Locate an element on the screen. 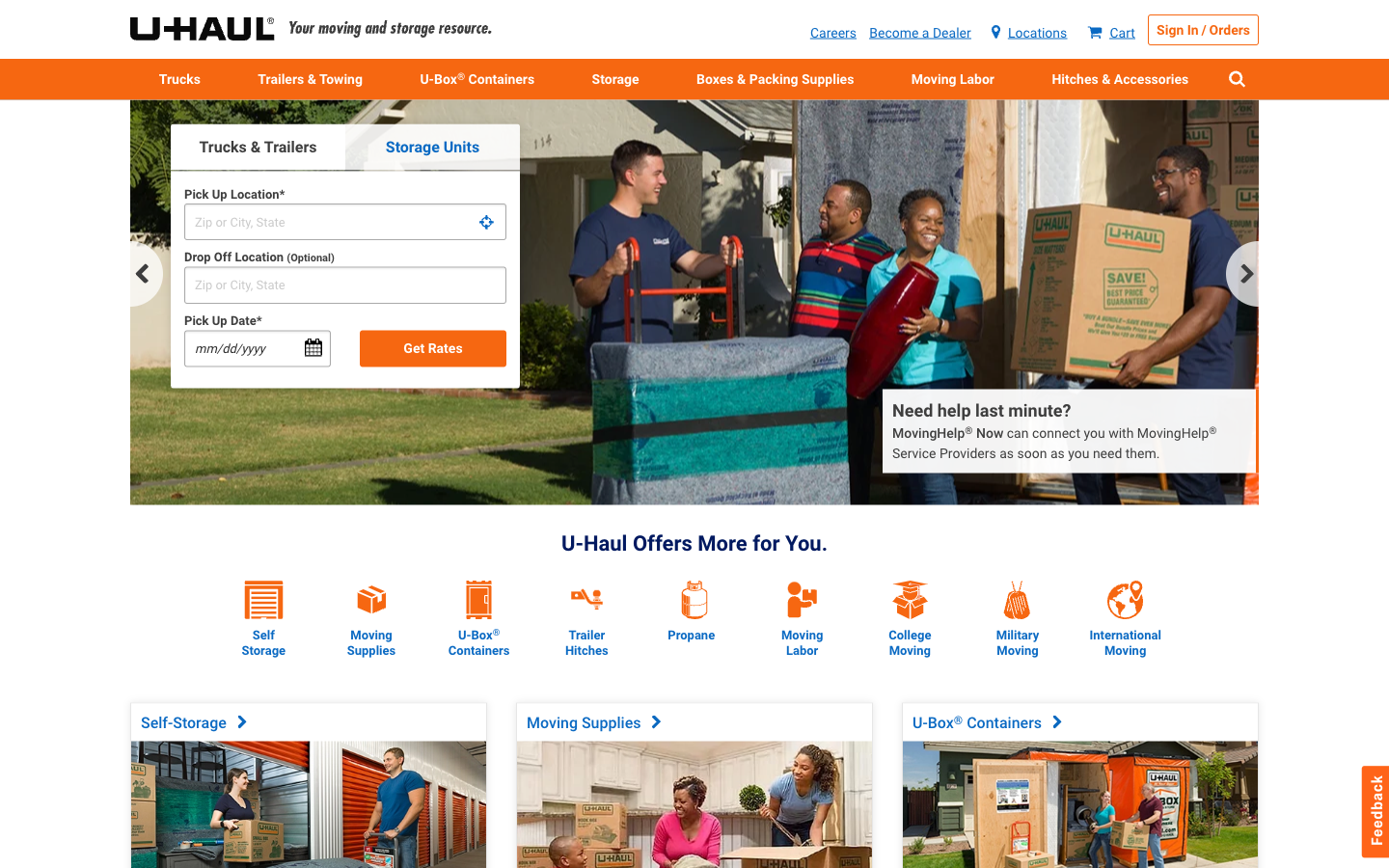  Are there special promotions or deals for veterans? is located at coordinates (1017, 583).